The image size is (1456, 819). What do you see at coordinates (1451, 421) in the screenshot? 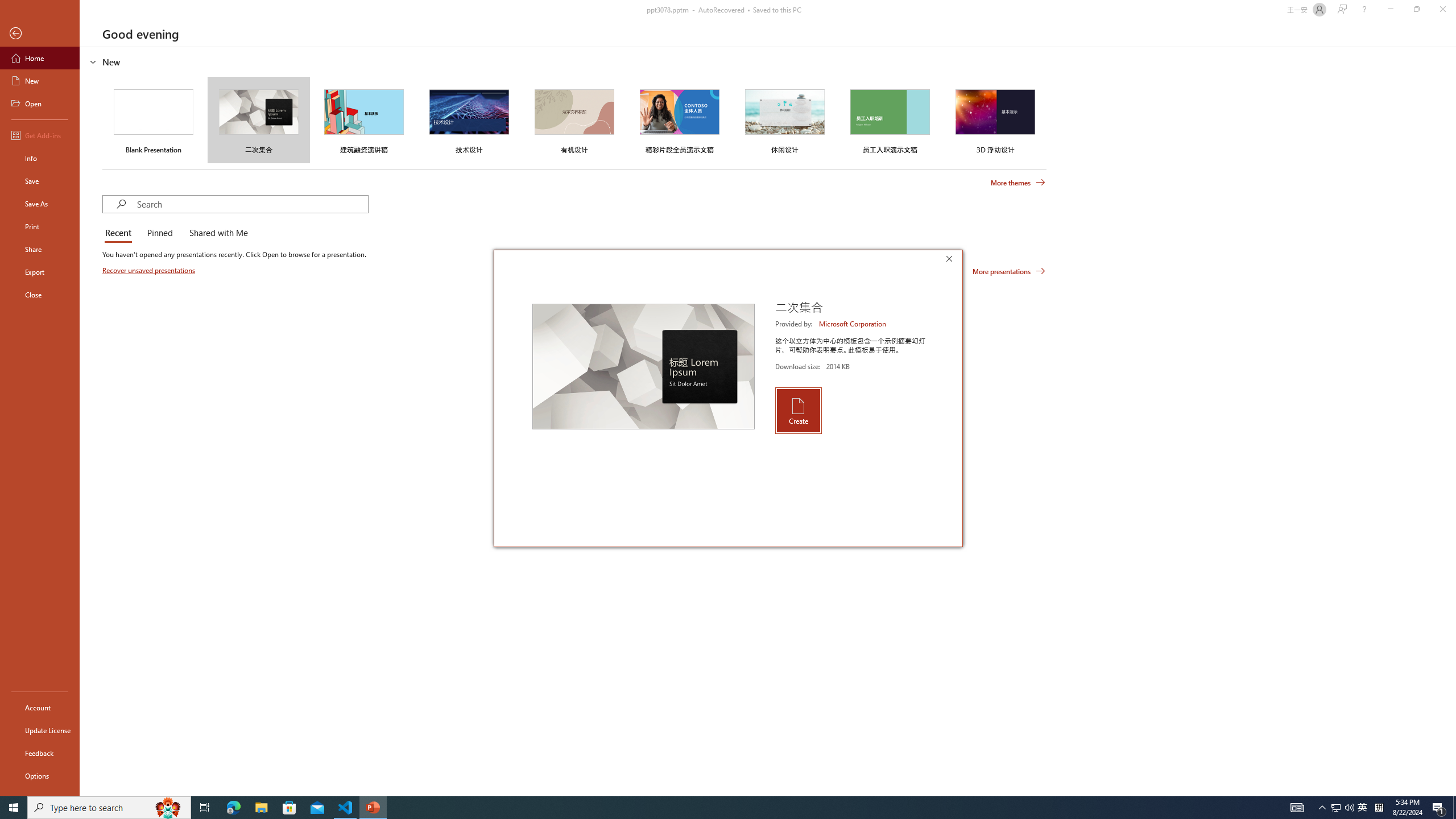
I see `'Class: NetUIScrollBar'` at bounding box center [1451, 421].